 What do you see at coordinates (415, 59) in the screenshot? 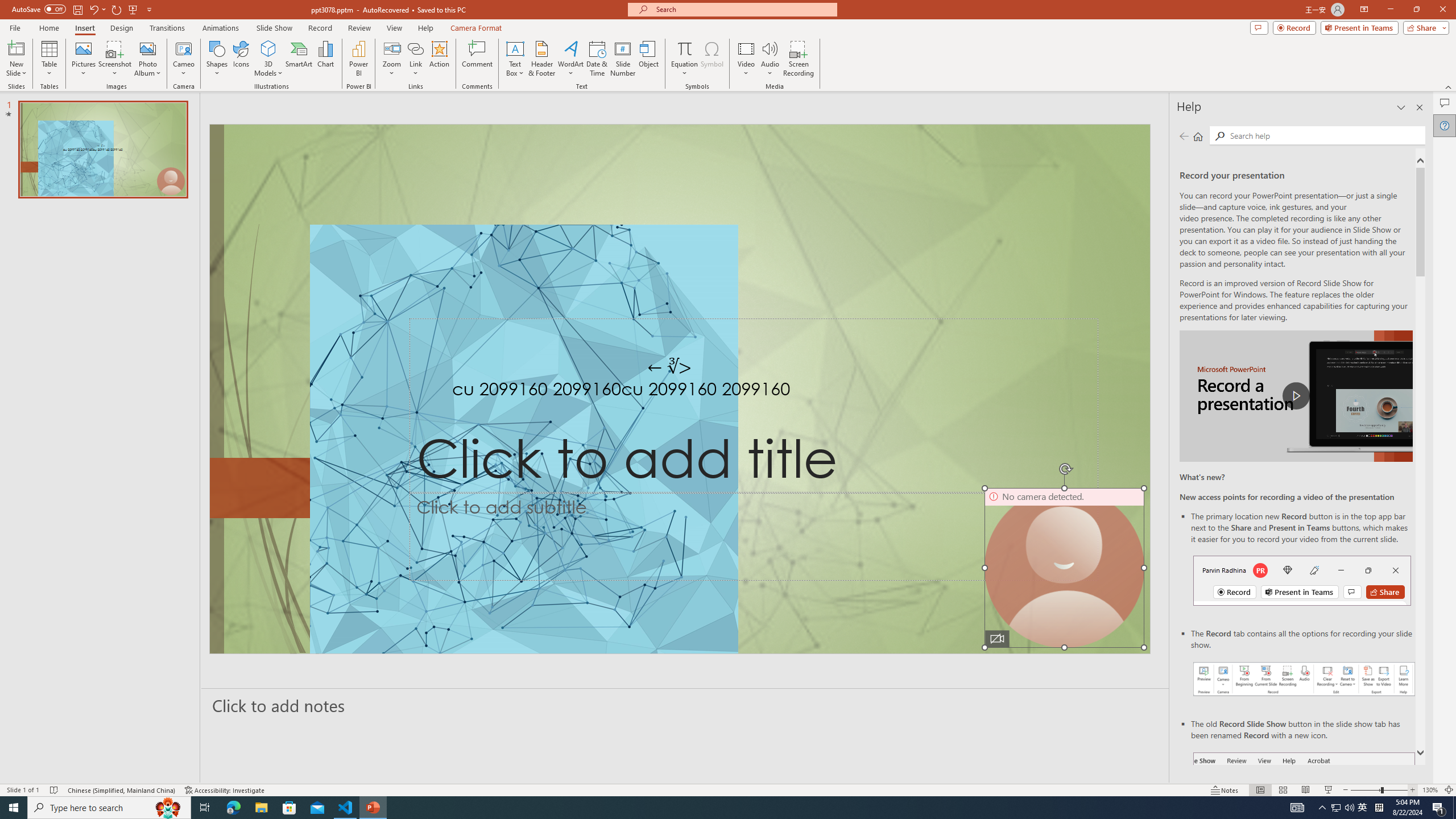
I see `'Link'` at bounding box center [415, 59].